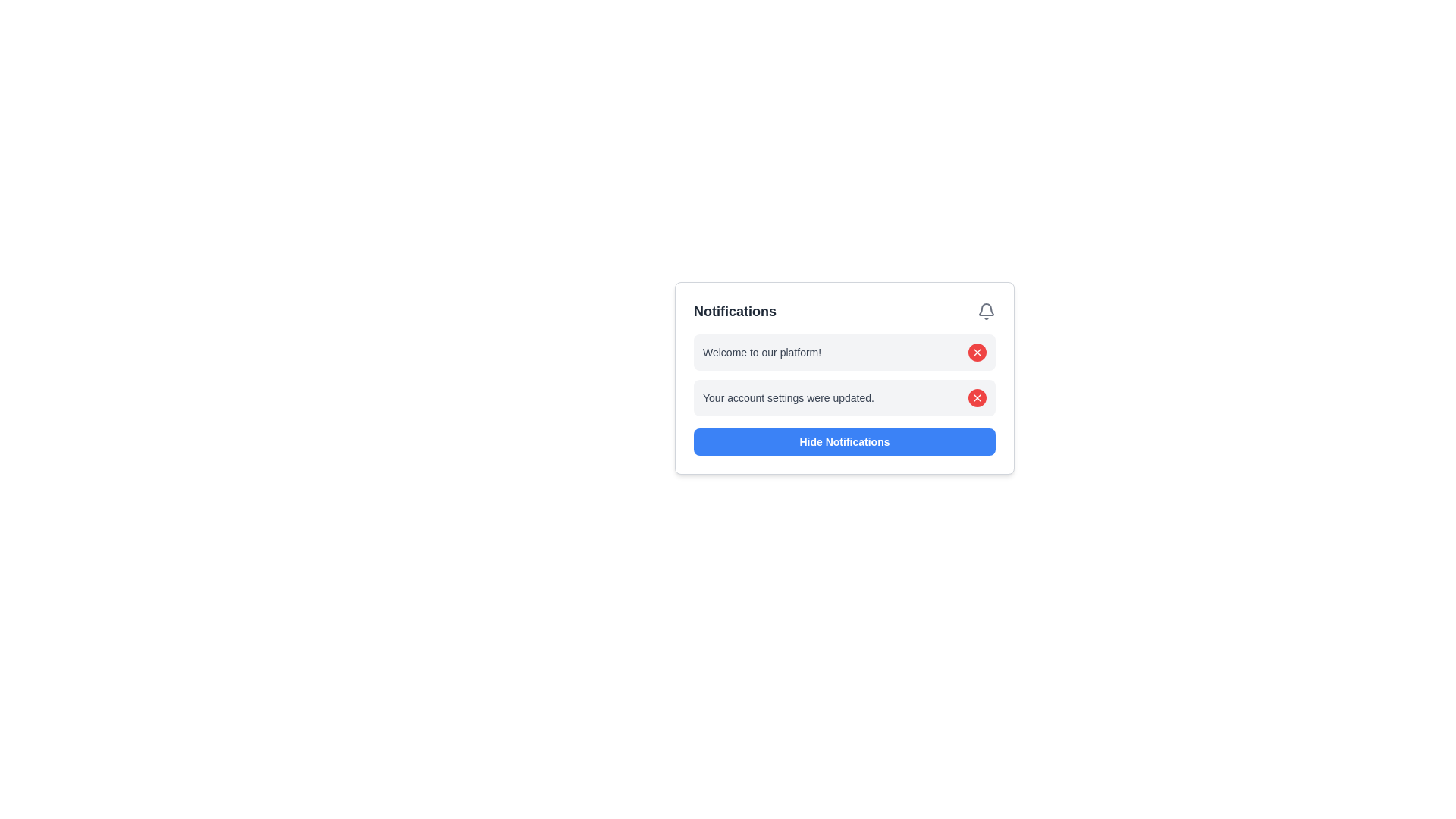 Image resolution: width=1456 pixels, height=819 pixels. Describe the element at coordinates (762, 353) in the screenshot. I see `the introductory text 'Welcome to our platform!' located in the notification panel, which is styled in a small, gray-colored font and positioned under the 'Notifications' header` at that location.